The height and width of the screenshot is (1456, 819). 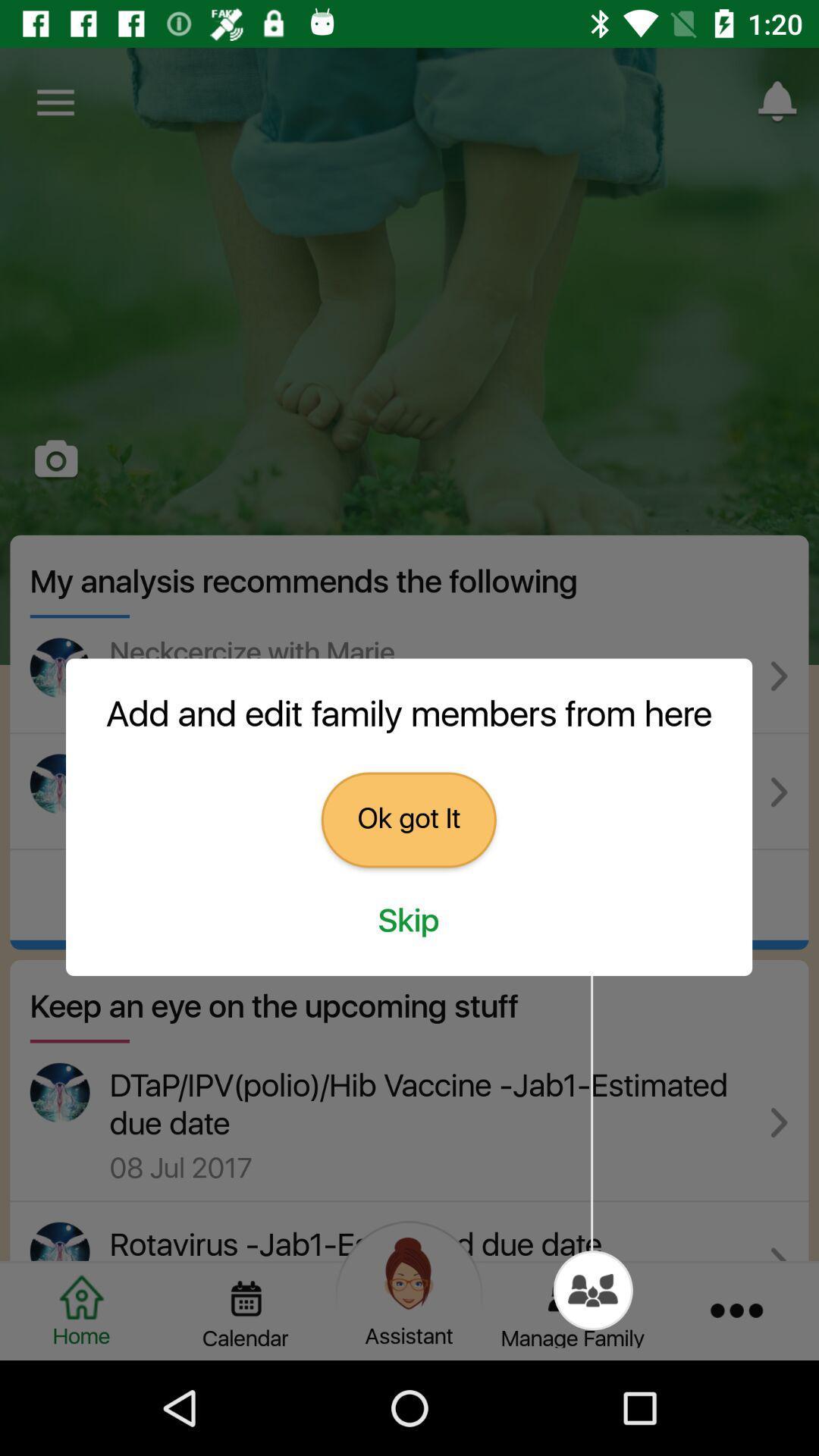 I want to click on item below the ok got it item, so click(x=408, y=921).